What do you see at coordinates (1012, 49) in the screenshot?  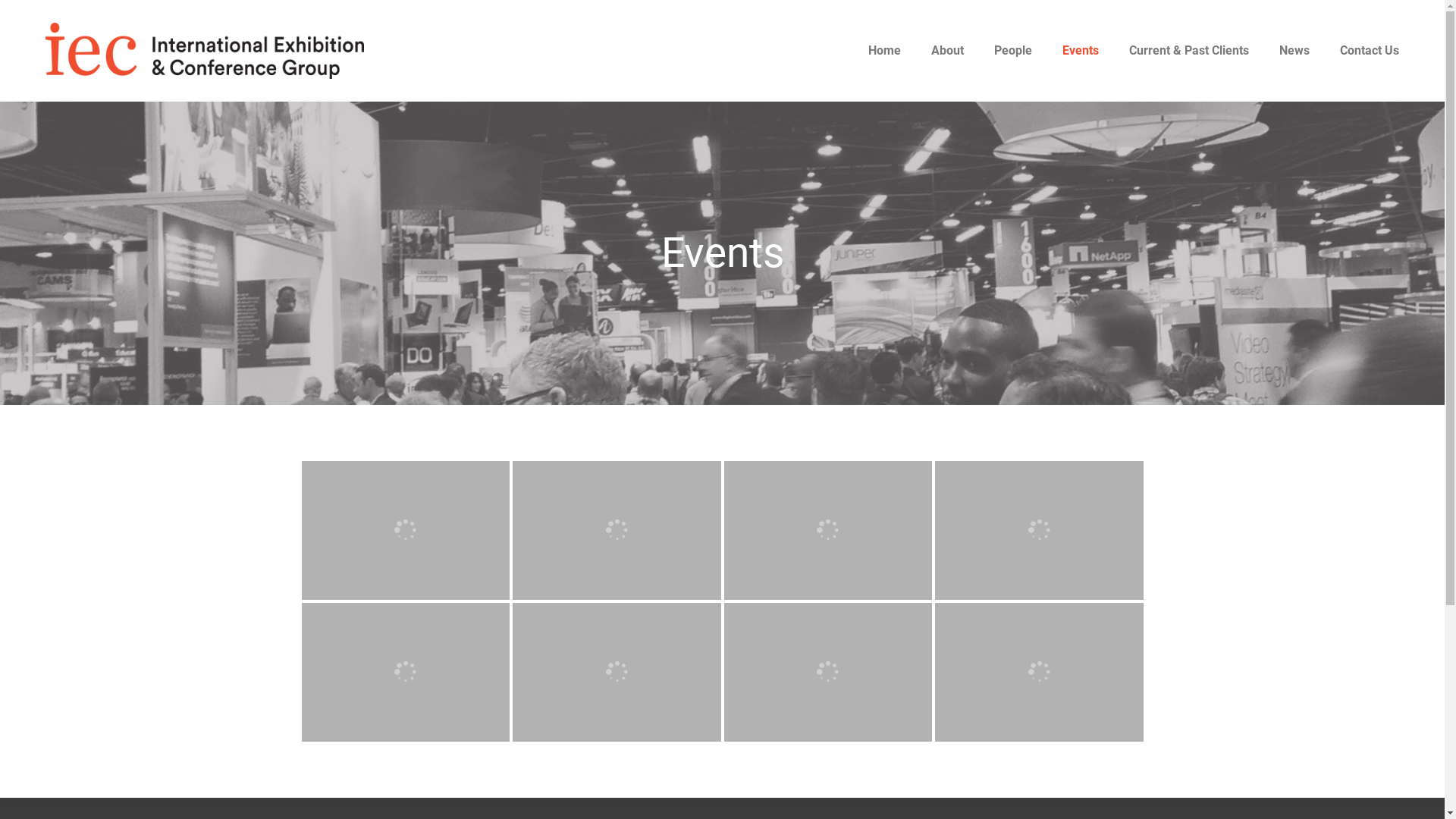 I see `'People'` at bounding box center [1012, 49].